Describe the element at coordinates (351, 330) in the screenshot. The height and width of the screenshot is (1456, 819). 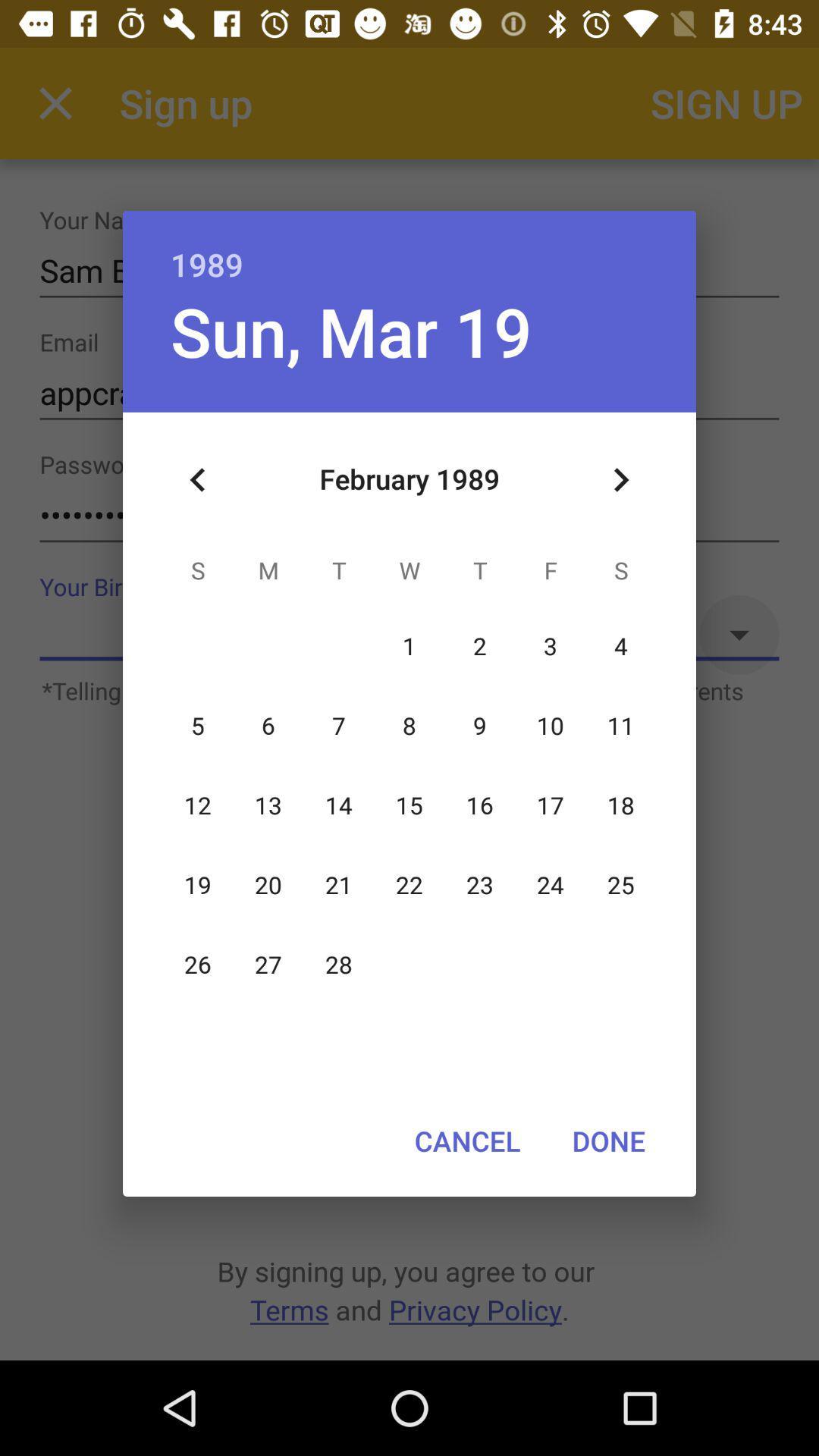
I see `the icon below the 1989 item` at that location.